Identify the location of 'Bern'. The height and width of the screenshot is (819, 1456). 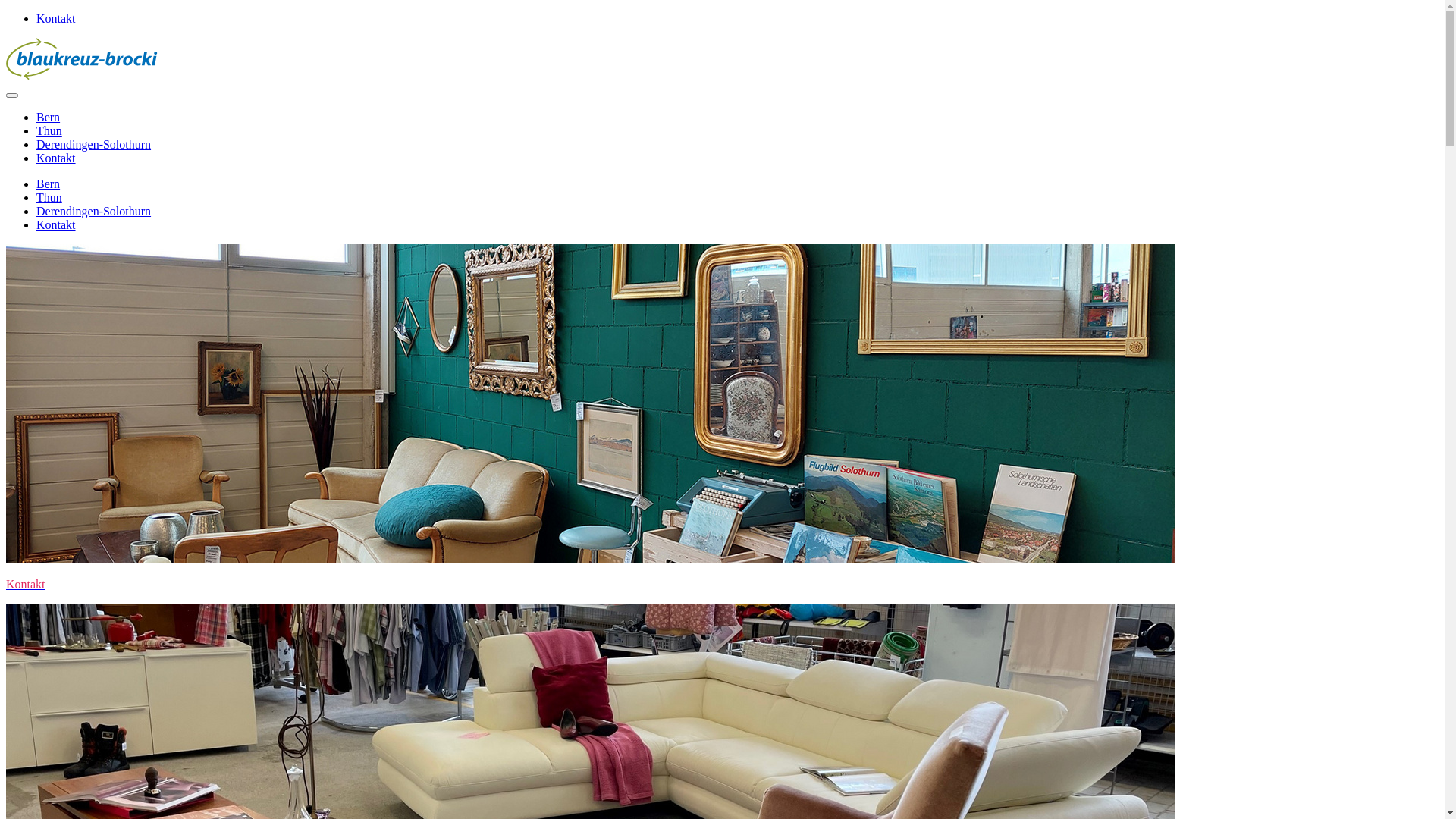
(48, 183).